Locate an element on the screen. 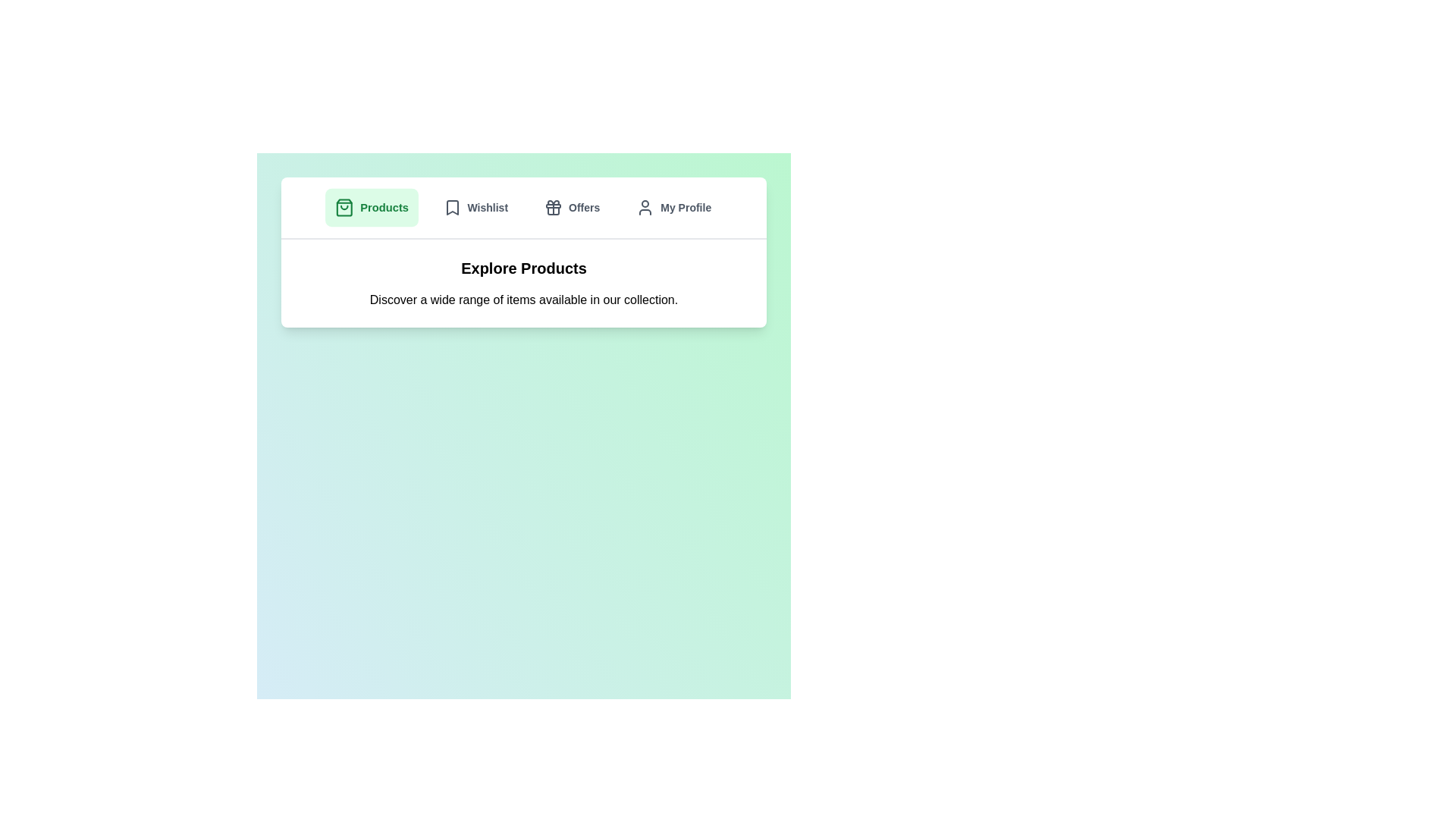 Image resolution: width=1456 pixels, height=819 pixels. the user profile icon, which is a small circular icon with a stroke design, located within the 'My Profile' button in the upper navigation bar is located at coordinates (645, 207).